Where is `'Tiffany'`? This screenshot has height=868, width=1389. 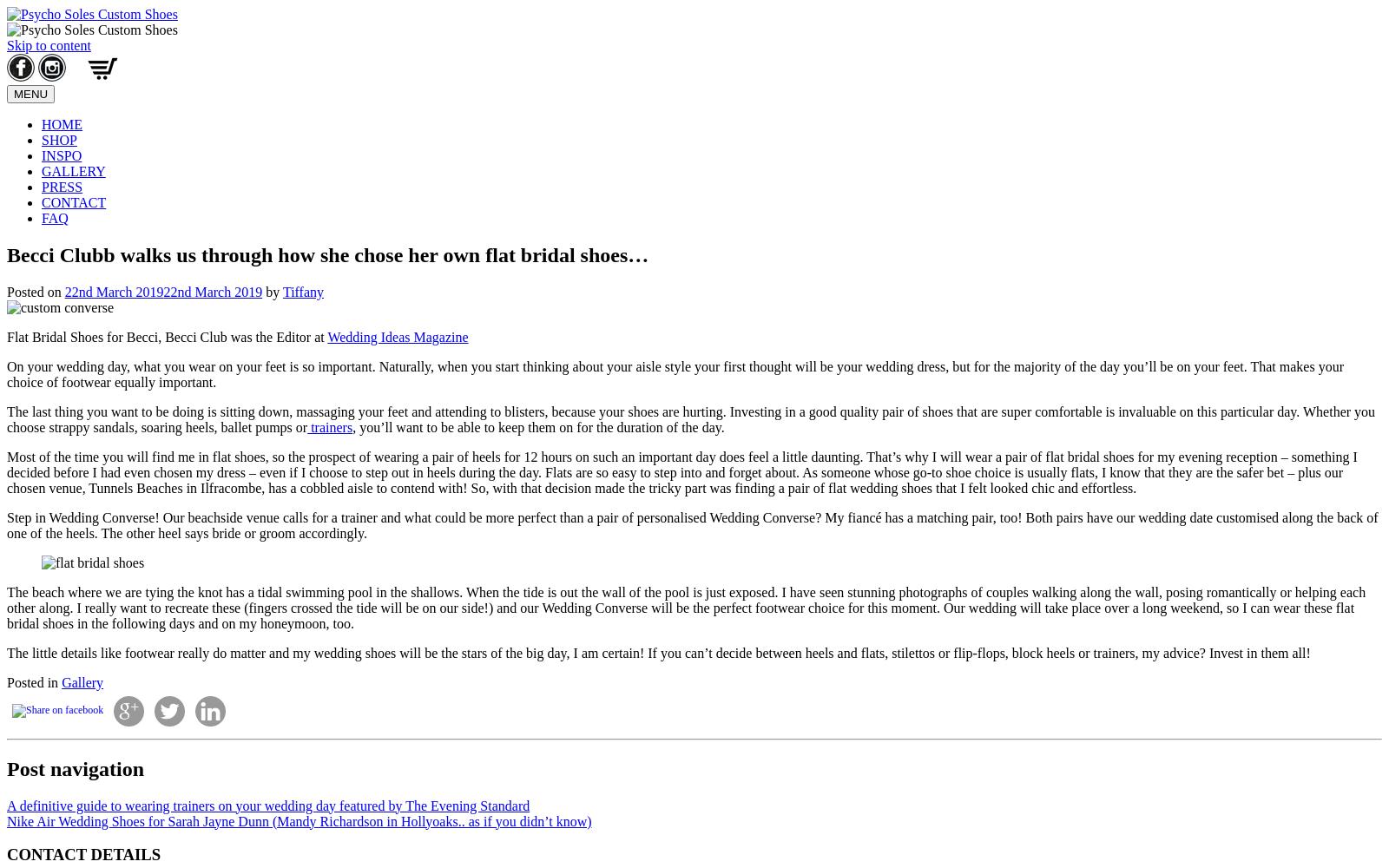 'Tiffany' is located at coordinates (281, 290).